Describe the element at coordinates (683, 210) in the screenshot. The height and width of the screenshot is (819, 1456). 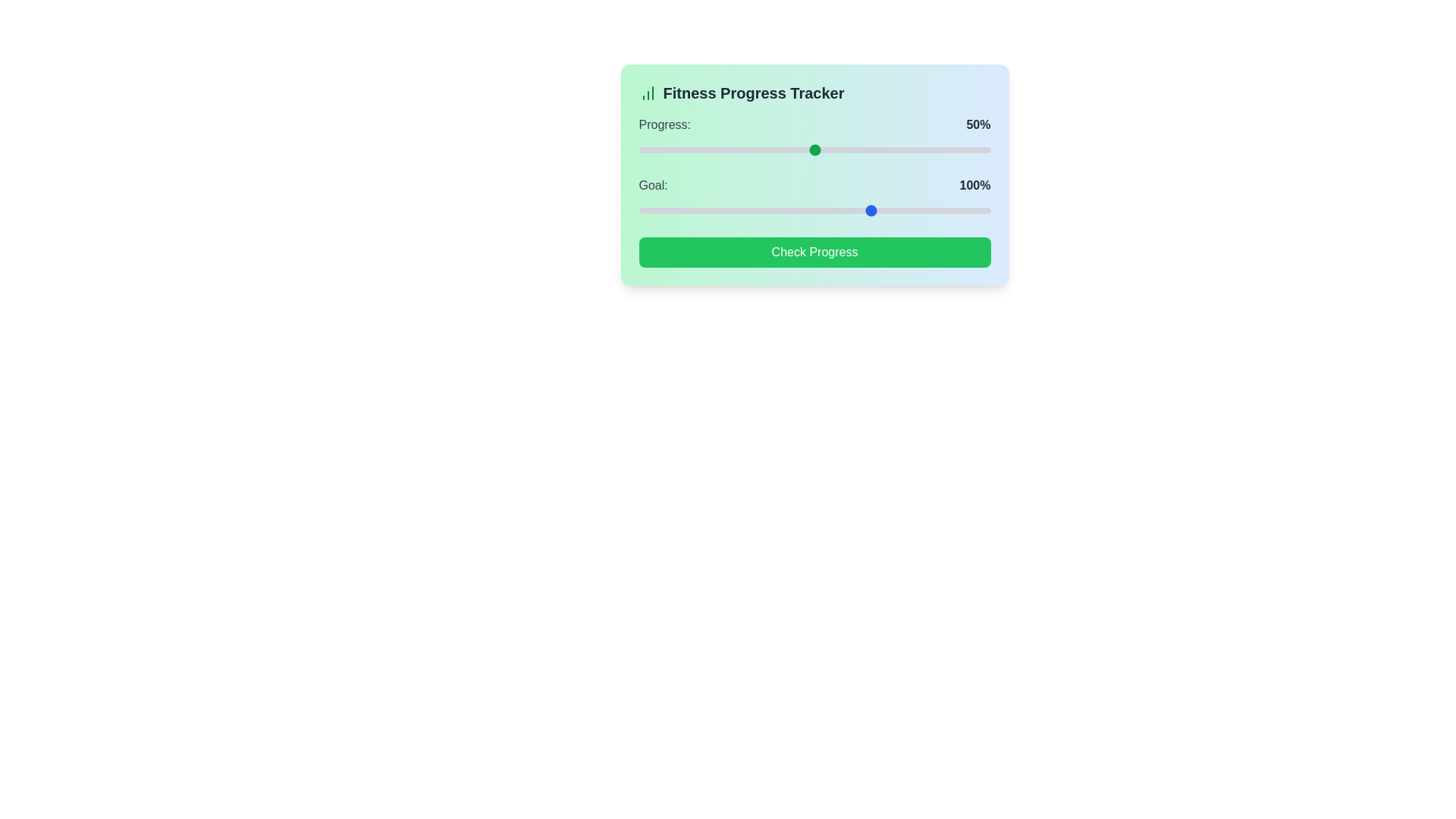
I see `the goal slider to 63%` at that location.